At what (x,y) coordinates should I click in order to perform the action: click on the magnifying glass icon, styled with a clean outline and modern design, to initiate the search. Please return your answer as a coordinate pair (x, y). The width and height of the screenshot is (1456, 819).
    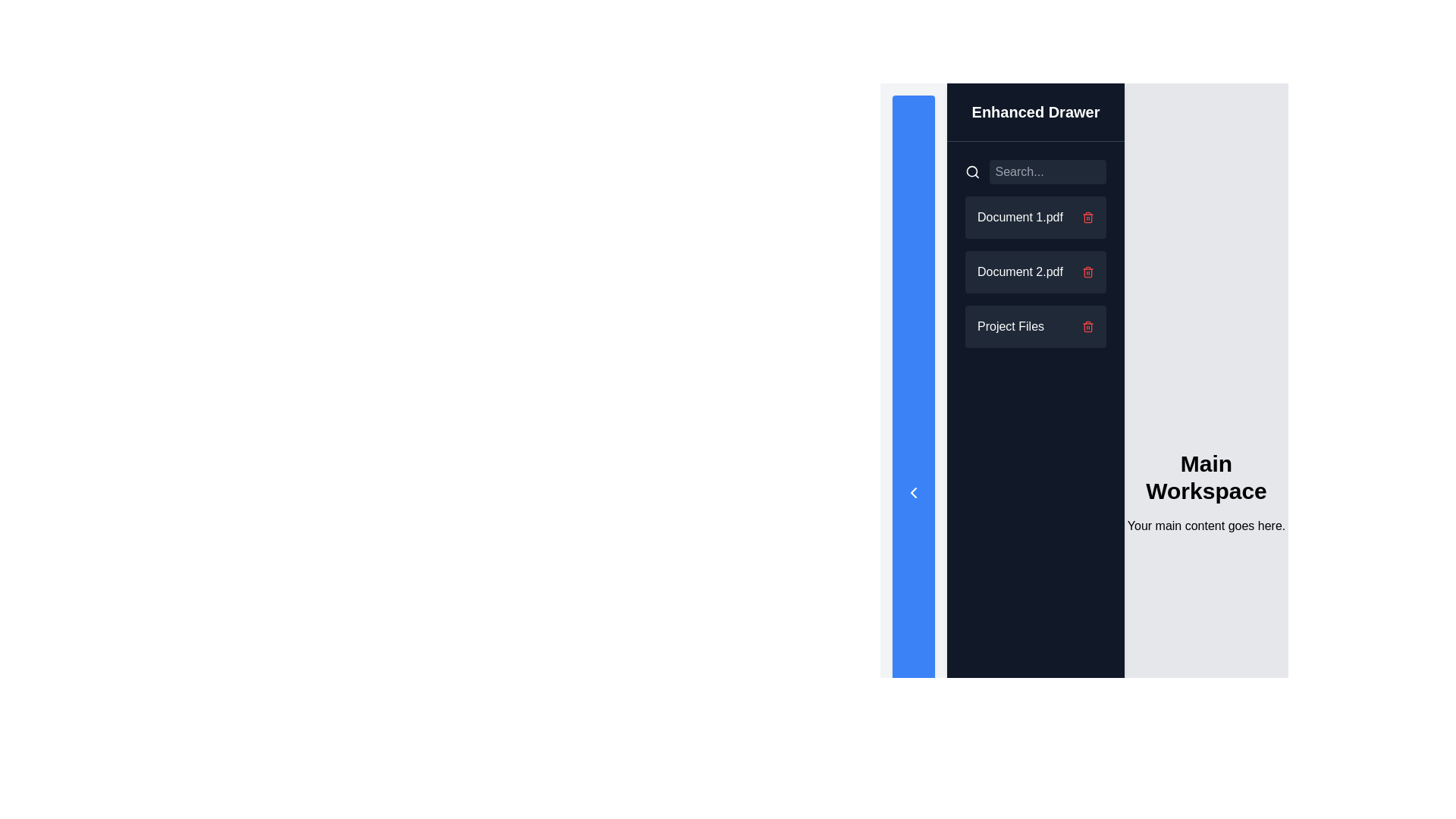
    Looking at the image, I should click on (972, 171).